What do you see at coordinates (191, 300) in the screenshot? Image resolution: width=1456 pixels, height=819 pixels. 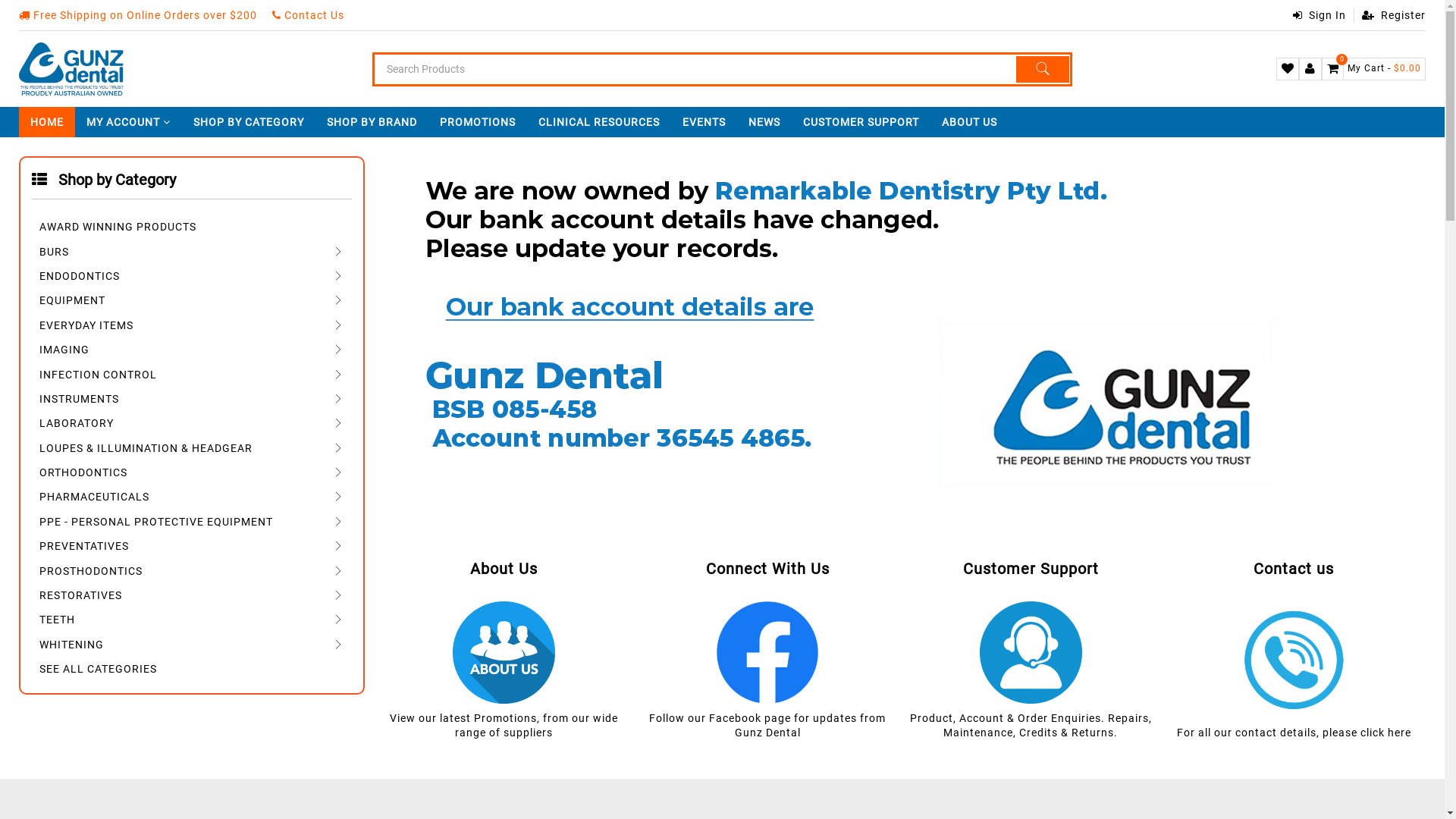 I see `'EQUIPMENT'` at bounding box center [191, 300].